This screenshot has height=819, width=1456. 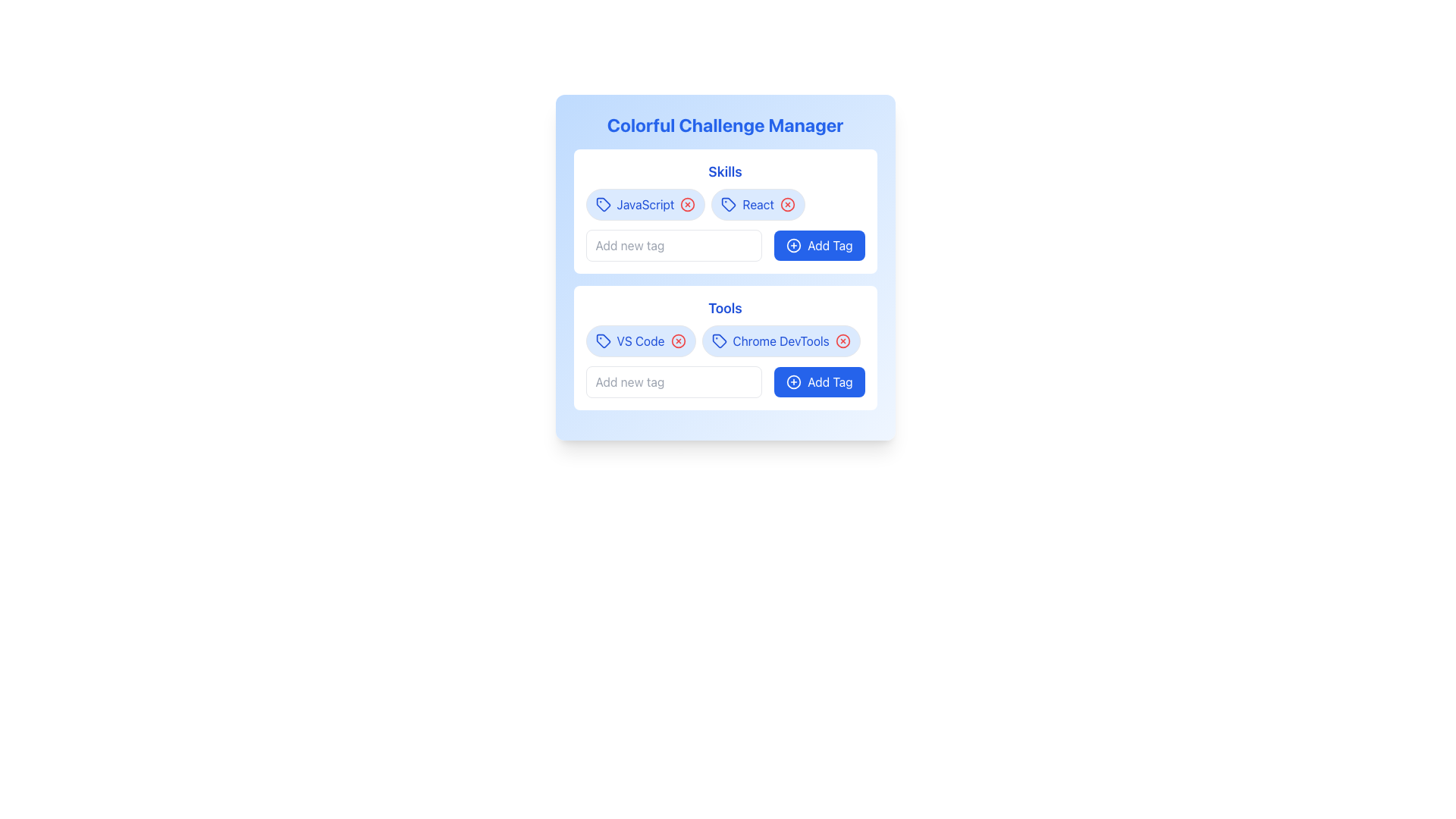 What do you see at coordinates (687, 205) in the screenshot?
I see `the circular icon with a mark next to the 'JavaScript' tag to show additional options` at bounding box center [687, 205].